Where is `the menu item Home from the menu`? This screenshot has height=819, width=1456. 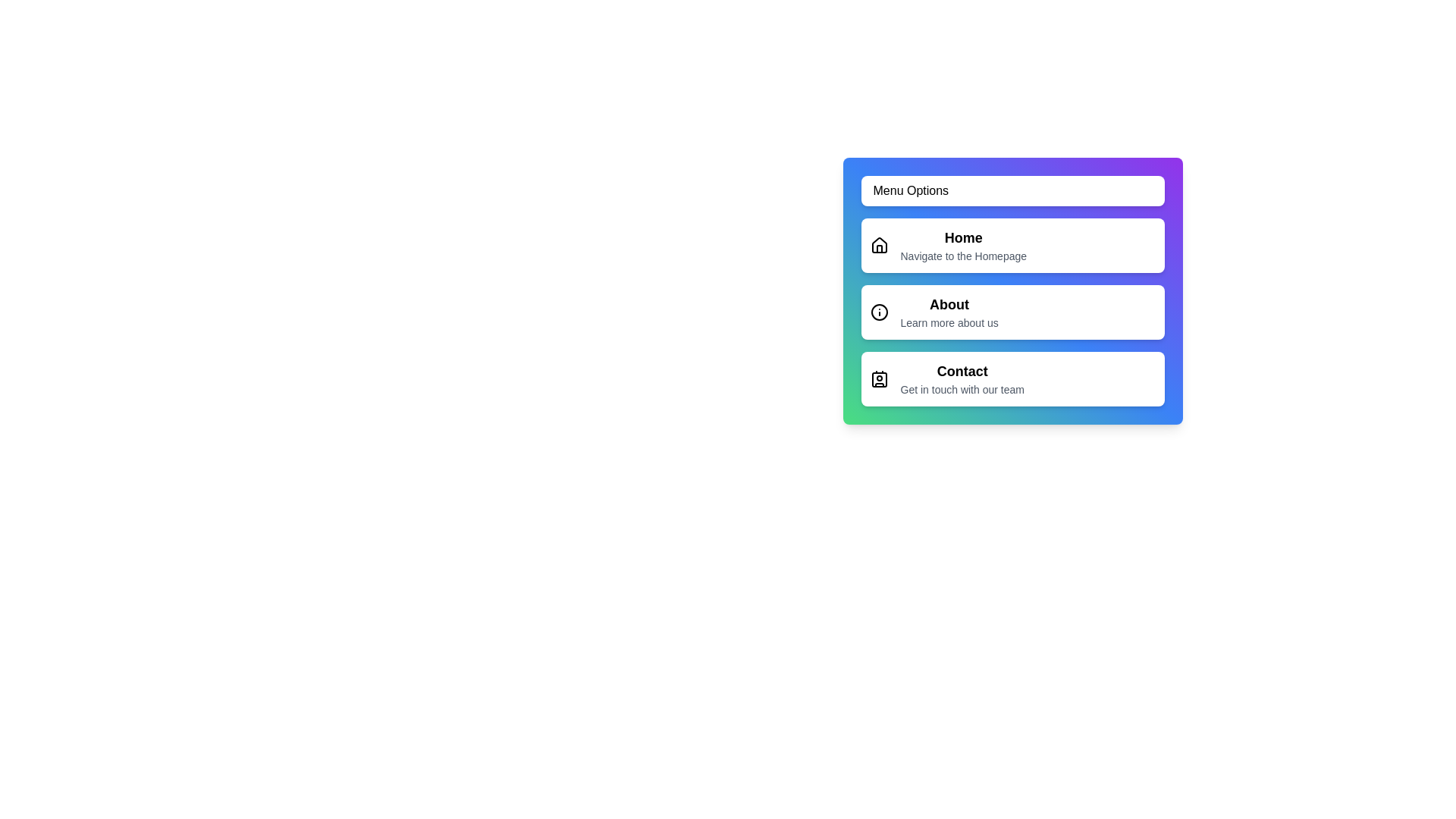
the menu item Home from the menu is located at coordinates (1012, 245).